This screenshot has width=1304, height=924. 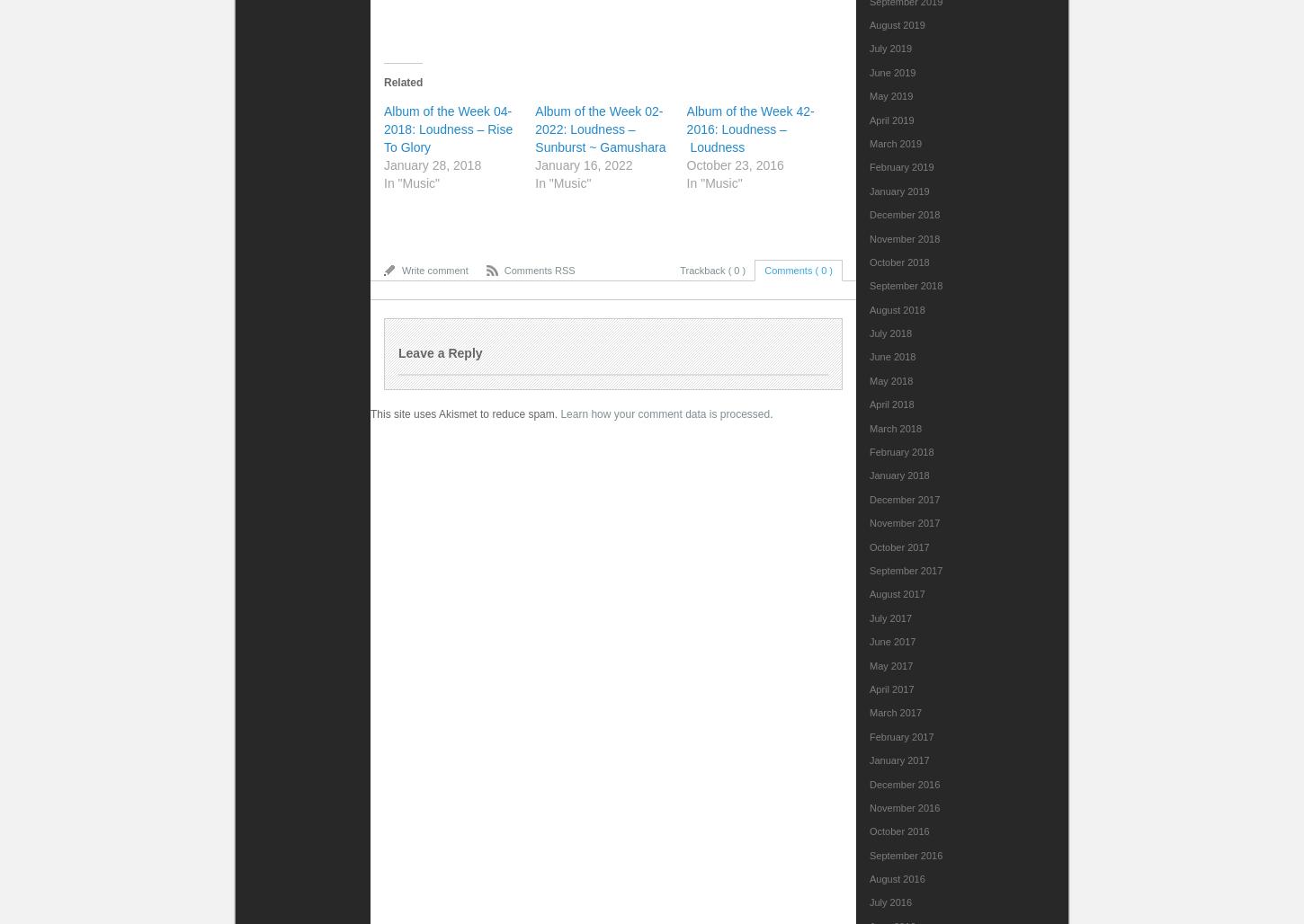 I want to click on 'August 2018', so click(x=897, y=307).